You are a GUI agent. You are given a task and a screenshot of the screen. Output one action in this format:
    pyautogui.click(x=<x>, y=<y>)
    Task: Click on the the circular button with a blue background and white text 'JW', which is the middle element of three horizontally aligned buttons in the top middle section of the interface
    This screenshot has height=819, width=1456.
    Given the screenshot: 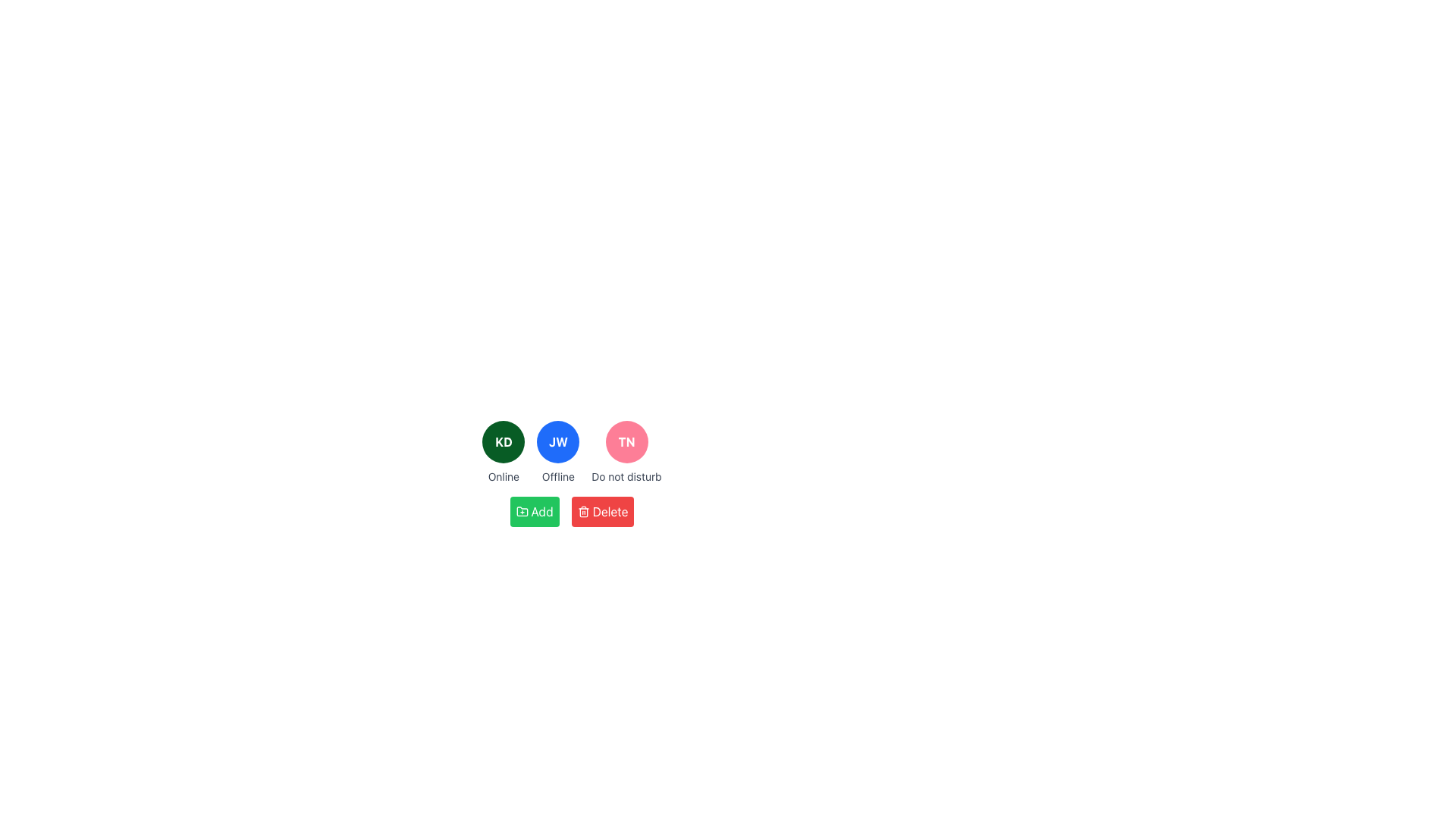 What is the action you would take?
    pyautogui.click(x=557, y=441)
    